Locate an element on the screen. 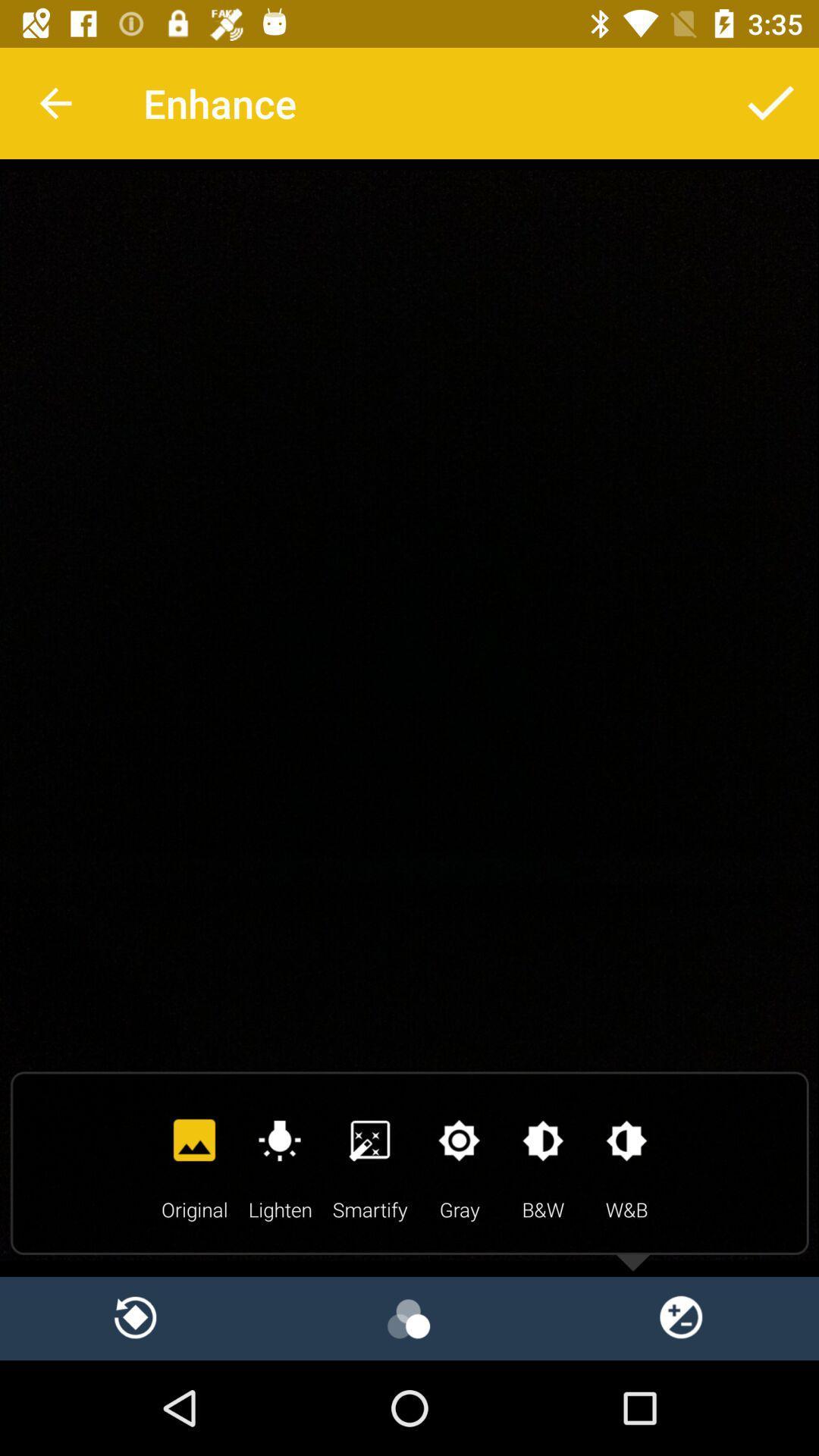 The image size is (819, 1456). replay option is located at coordinates (136, 1317).